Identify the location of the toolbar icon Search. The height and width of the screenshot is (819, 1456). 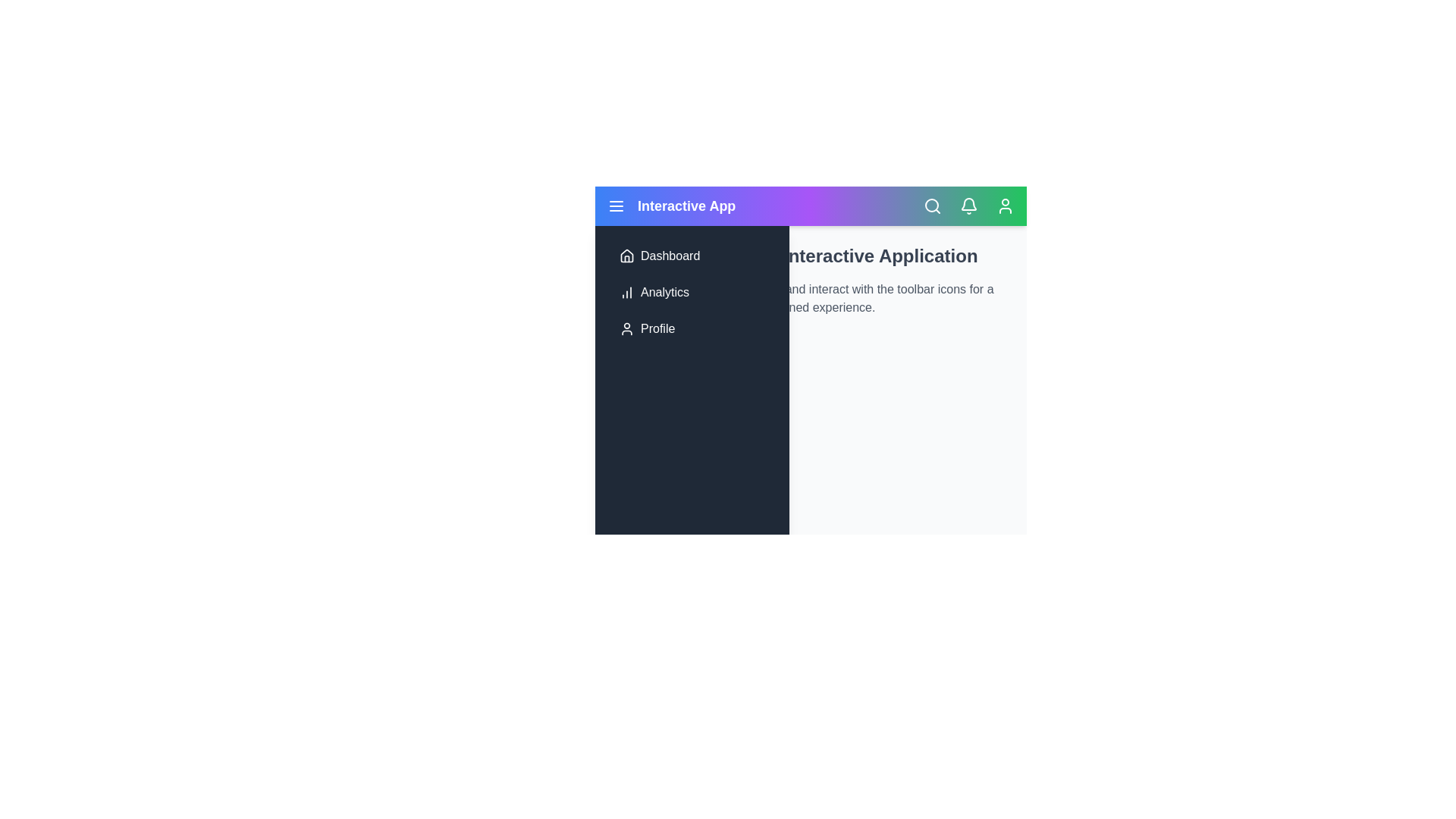
(931, 206).